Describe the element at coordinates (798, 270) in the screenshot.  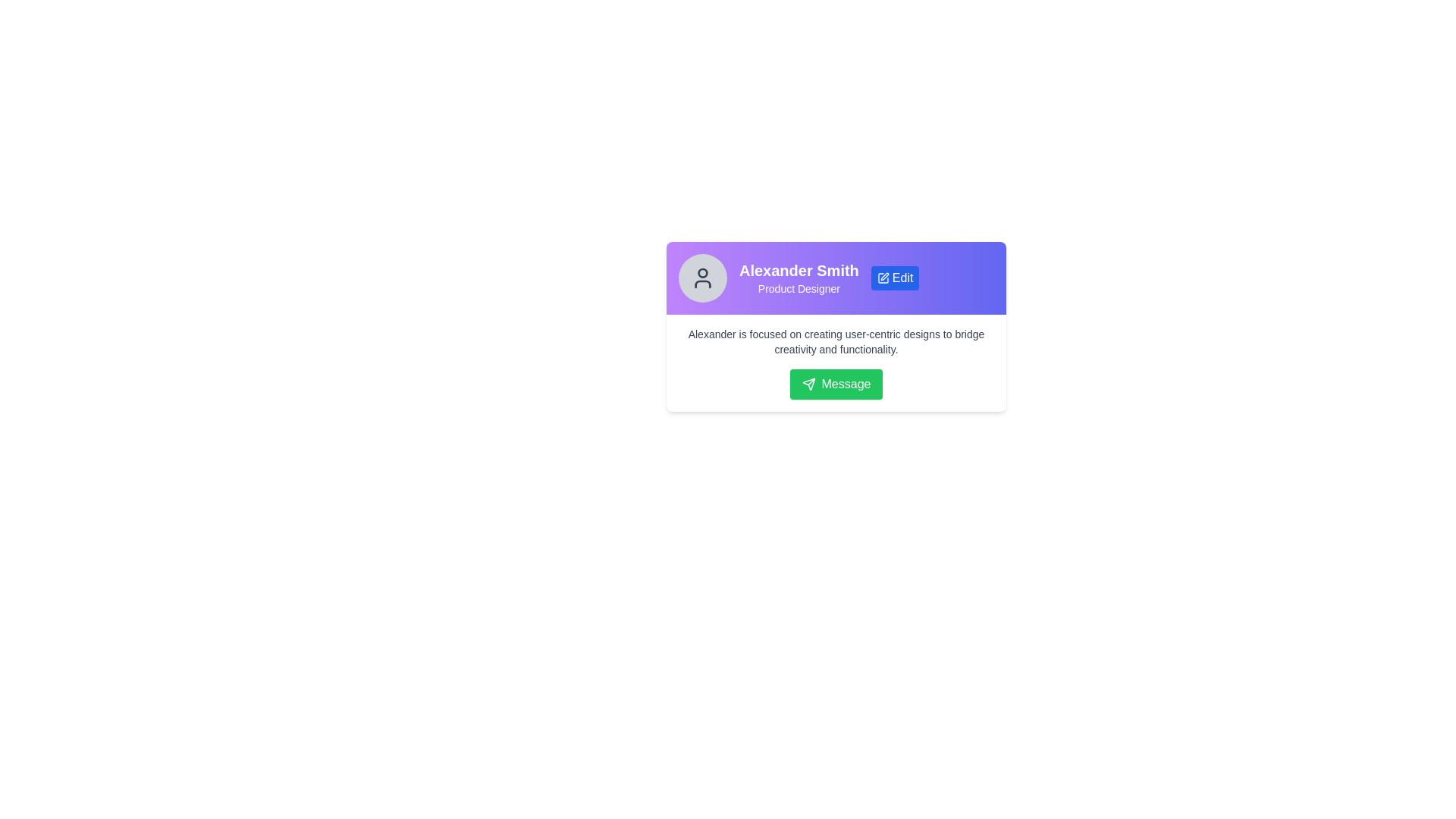
I see `the text display element showing 'Alexander Smith', which is styled as a heading with a light purple background and positioned above 'Product Designer'` at that location.